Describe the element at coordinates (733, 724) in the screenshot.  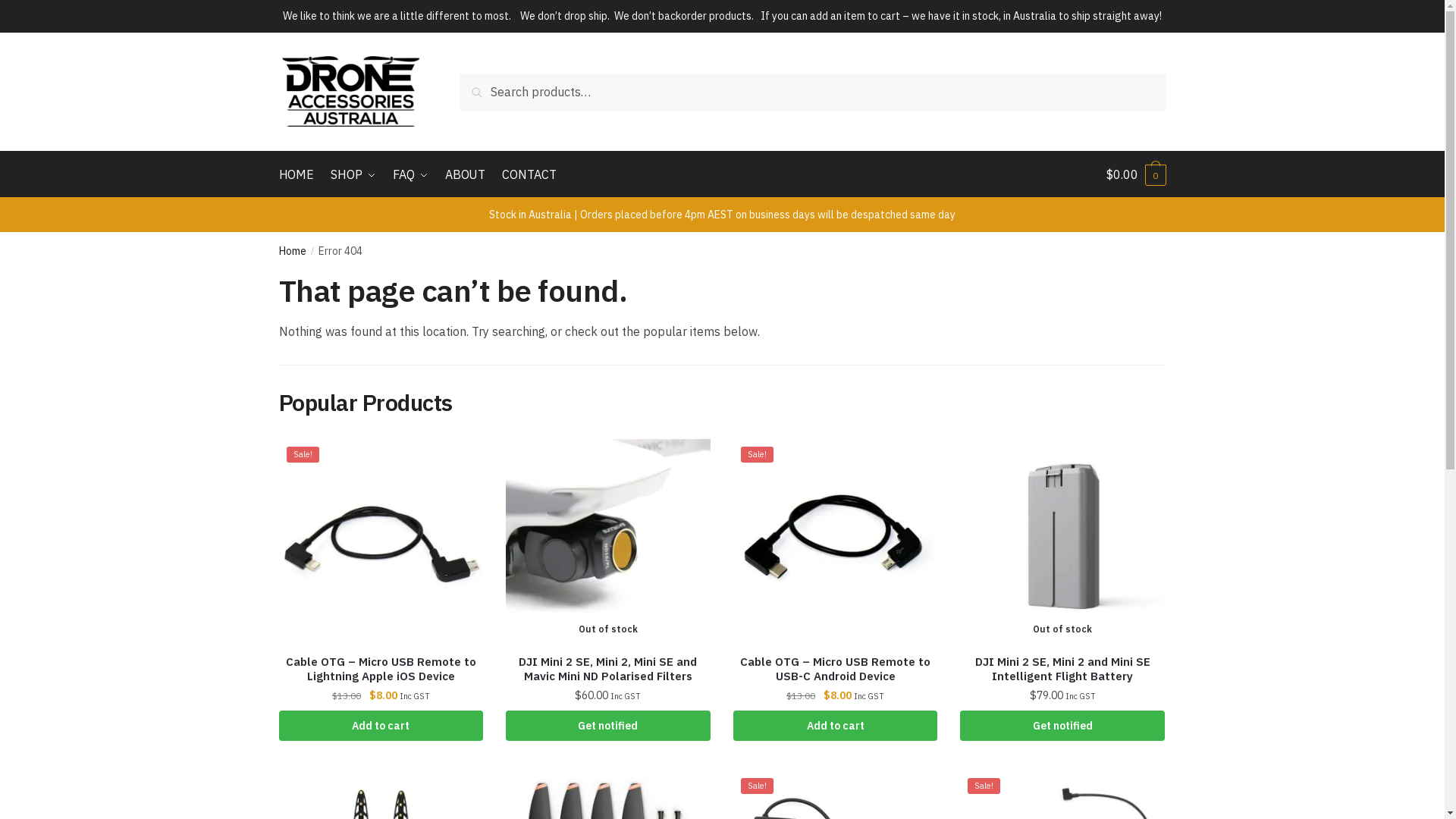
I see `'Add to cart'` at that location.